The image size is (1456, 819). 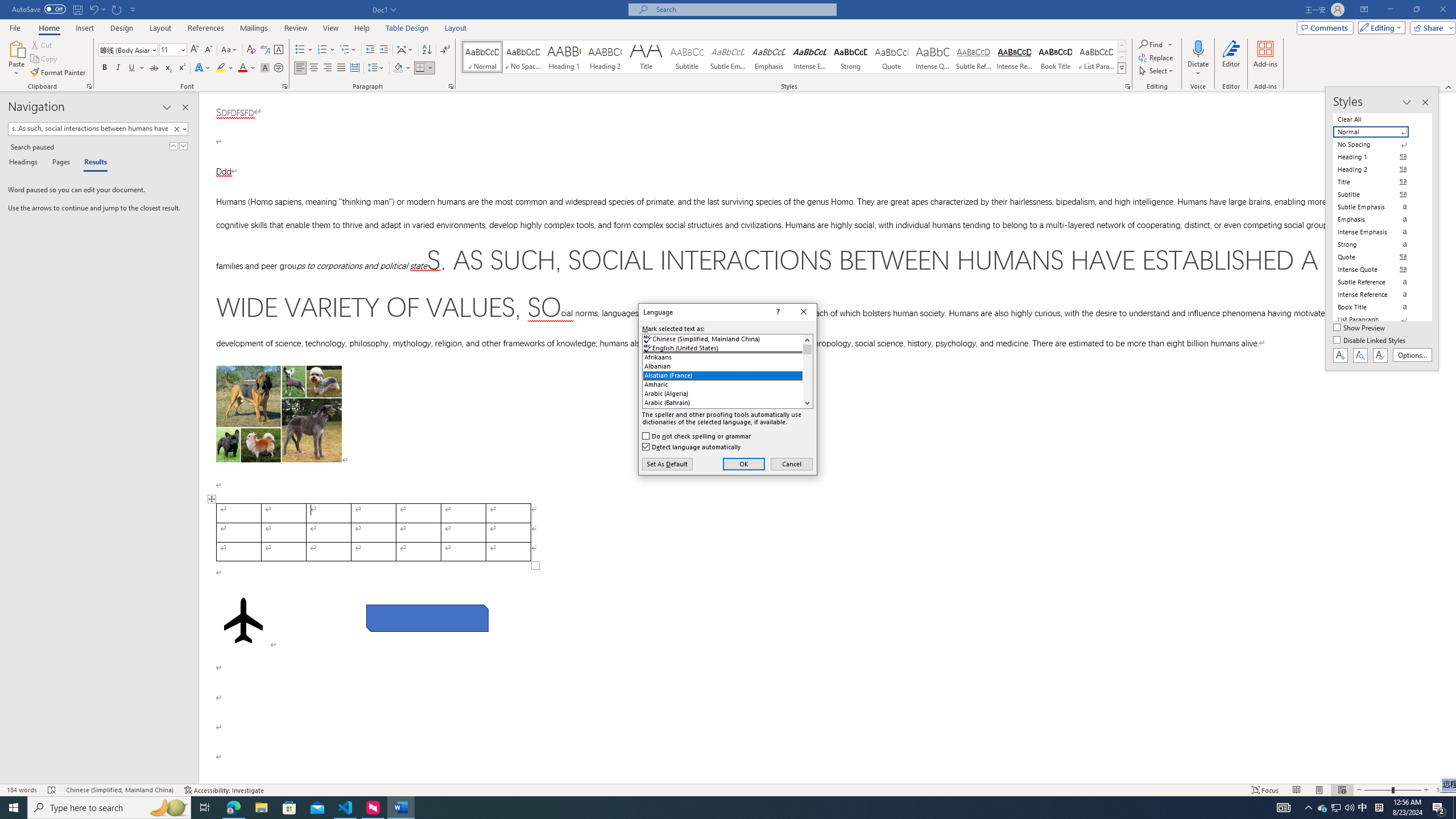 What do you see at coordinates (1412, 355) in the screenshot?
I see `'Options...'` at bounding box center [1412, 355].